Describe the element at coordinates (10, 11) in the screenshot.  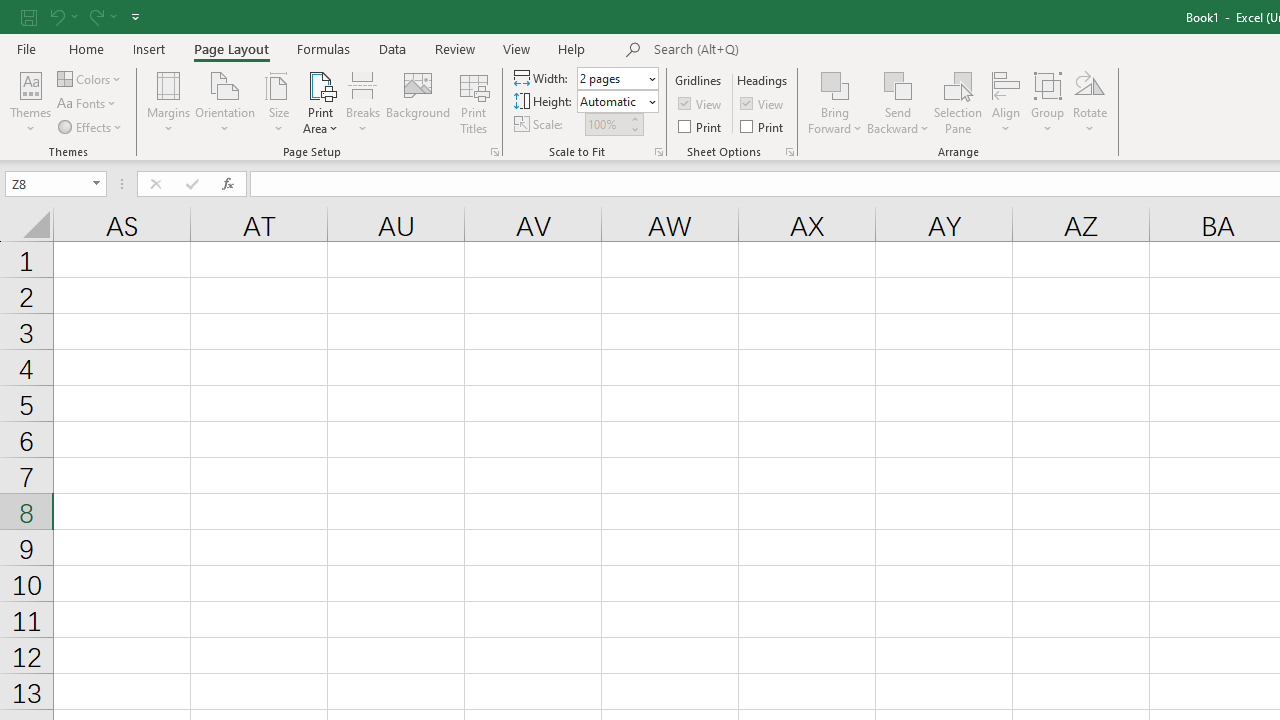
I see `'System'` at that location.